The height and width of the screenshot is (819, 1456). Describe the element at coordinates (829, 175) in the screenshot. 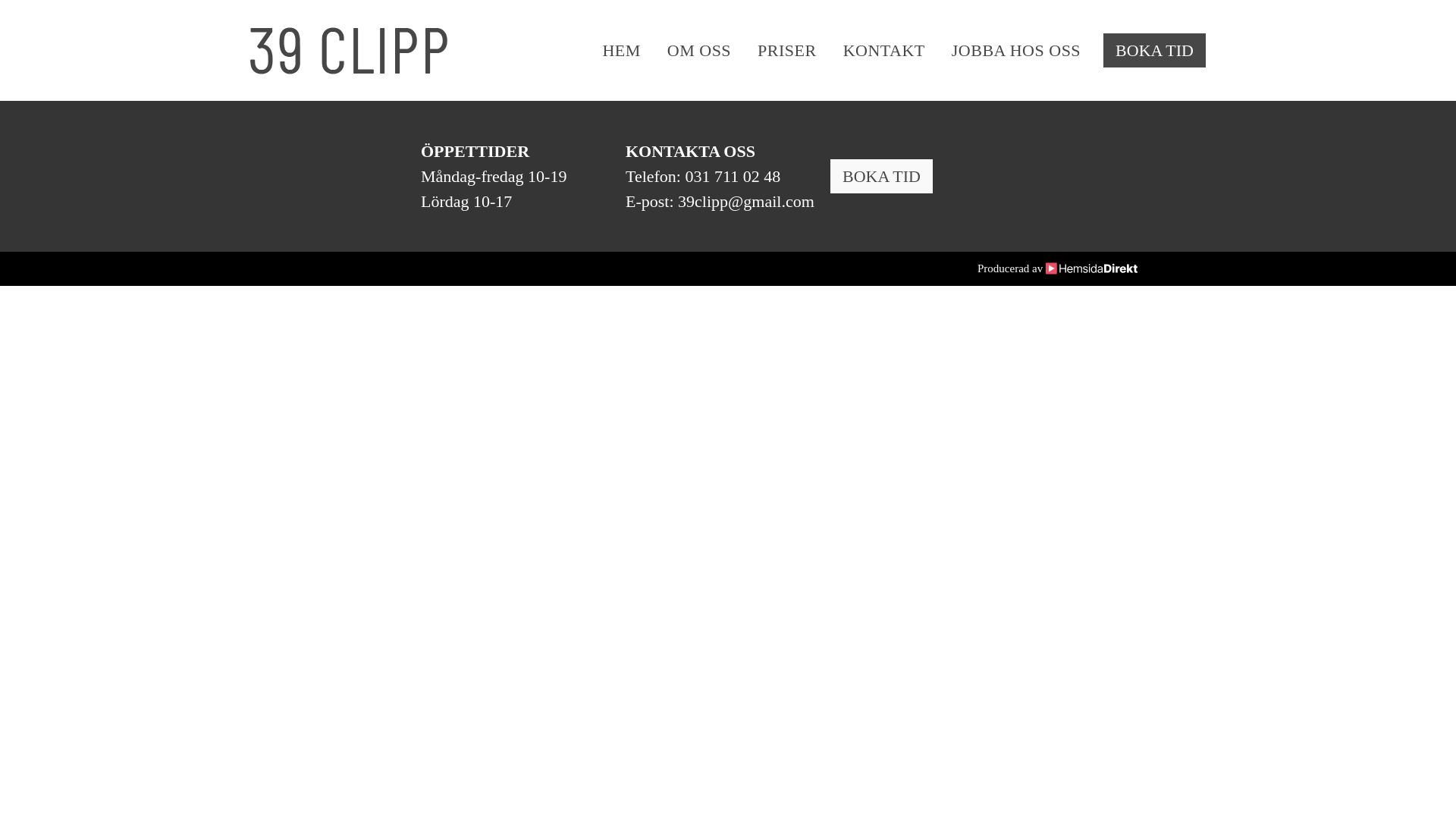

I see `'BOKA TID'` at that location.